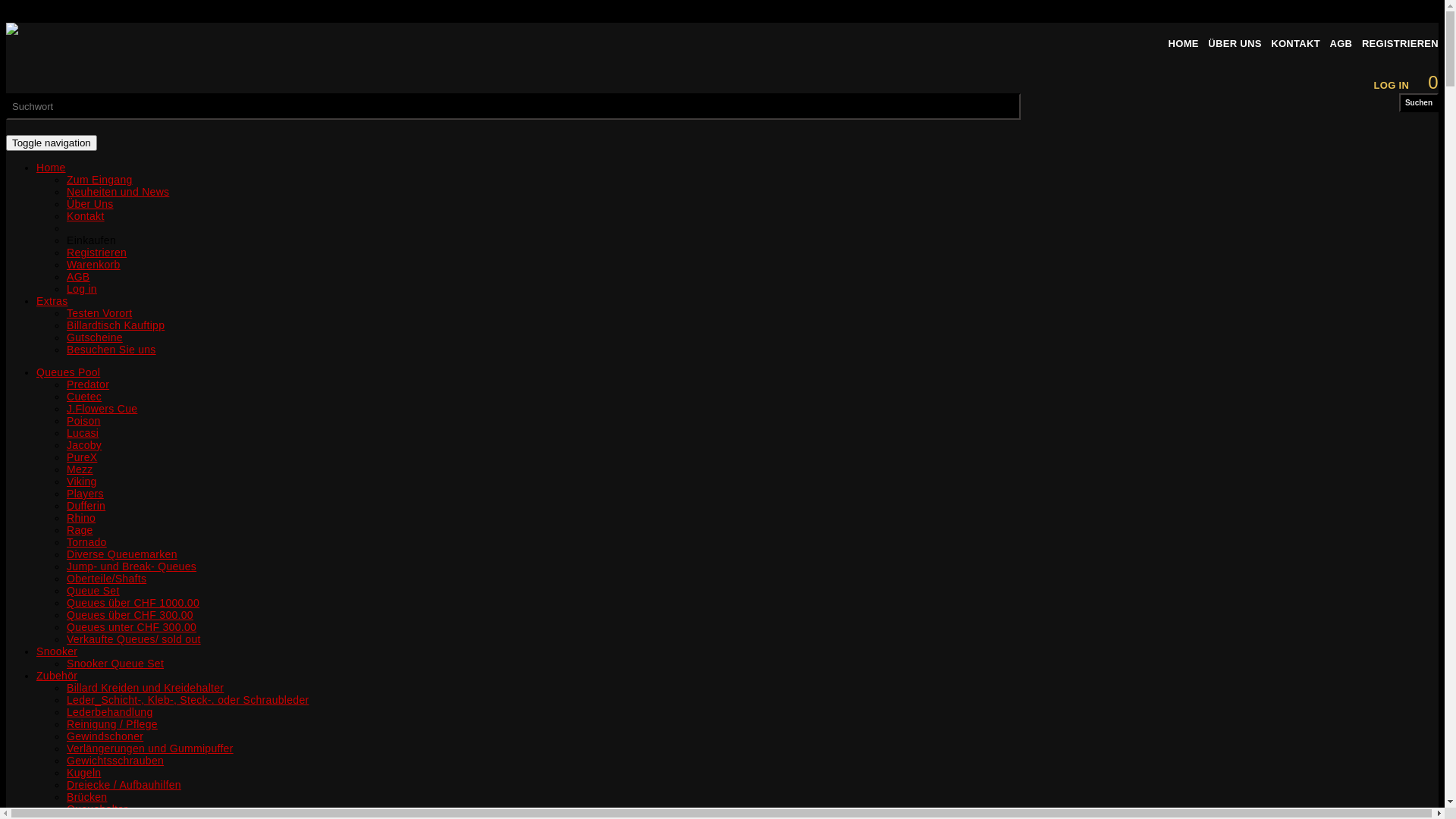  I want to click on 'Snooker Queue Set', so click(115, 663).